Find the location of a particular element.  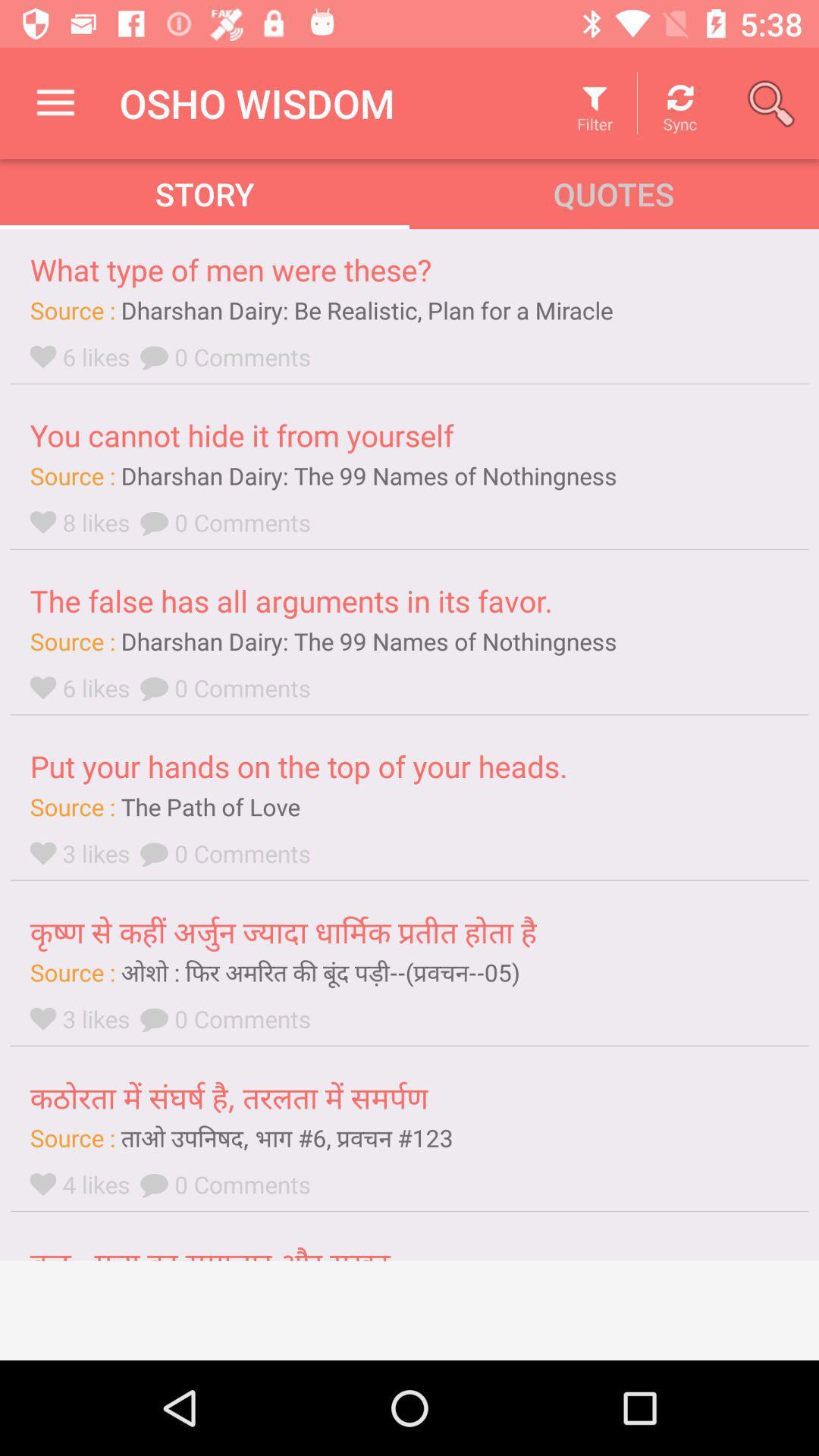

app to the left of osho wisdom item is located at coordinates (55, 102).